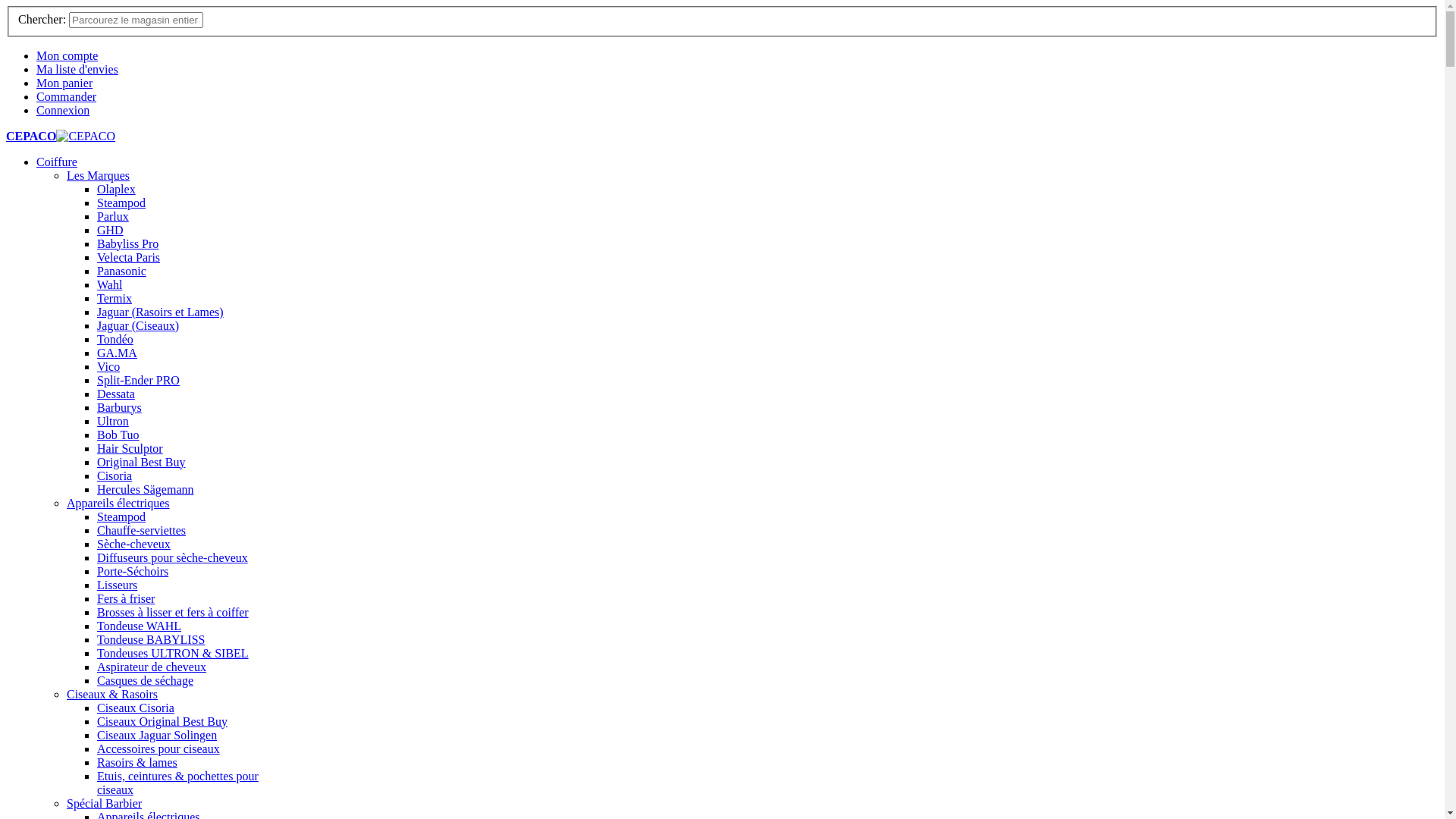  Describe the element at coordinates (96, 708) in the screenshot. I see `'Ciseaux Cisoria'` at that location.